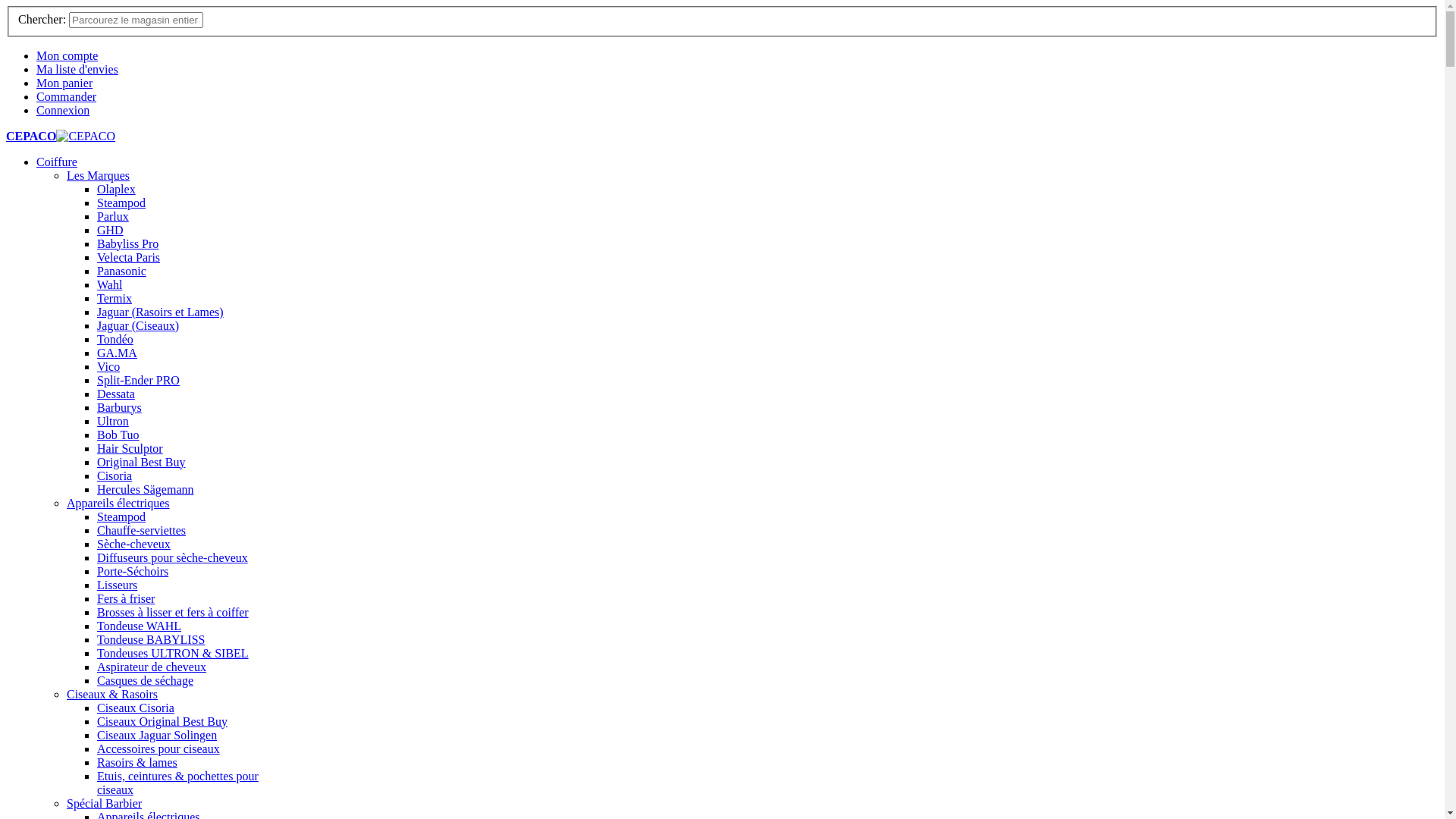  Describe the element at coordinates (96, 708) in the screenshot. I see `'Ciseaux Cisoria'` at that location.